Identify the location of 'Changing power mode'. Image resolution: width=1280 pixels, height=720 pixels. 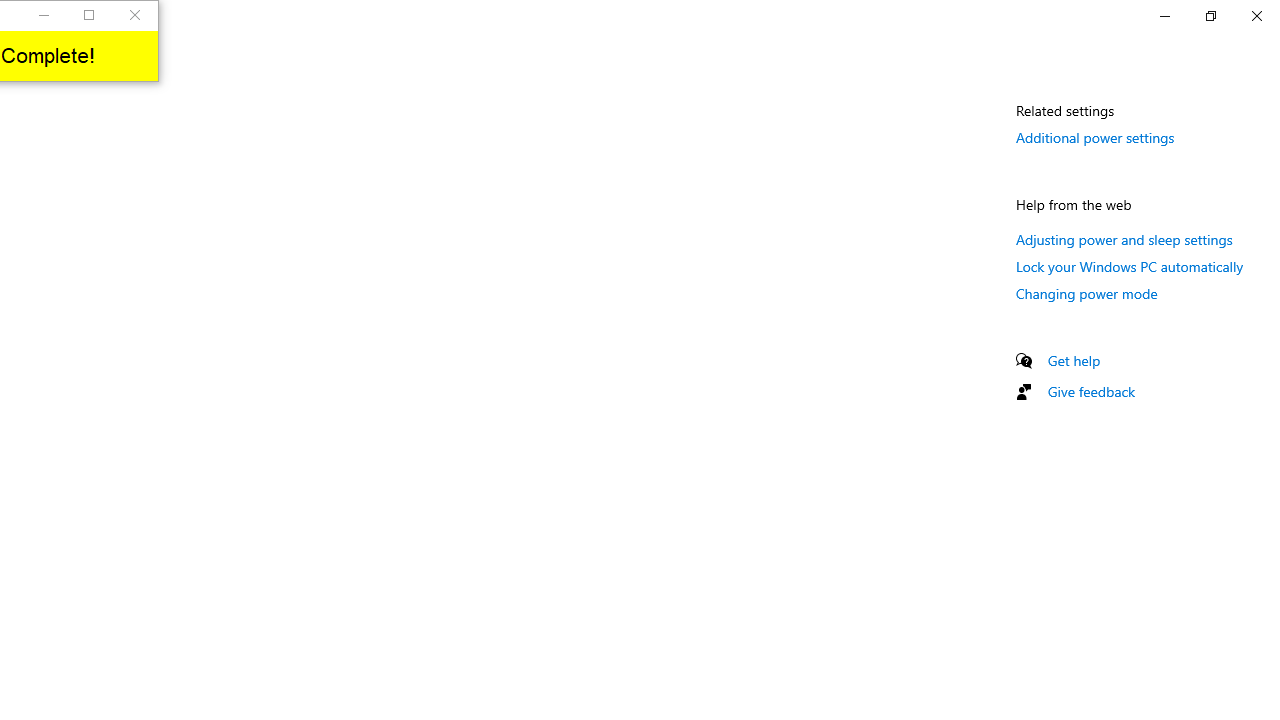
(1086, 293).